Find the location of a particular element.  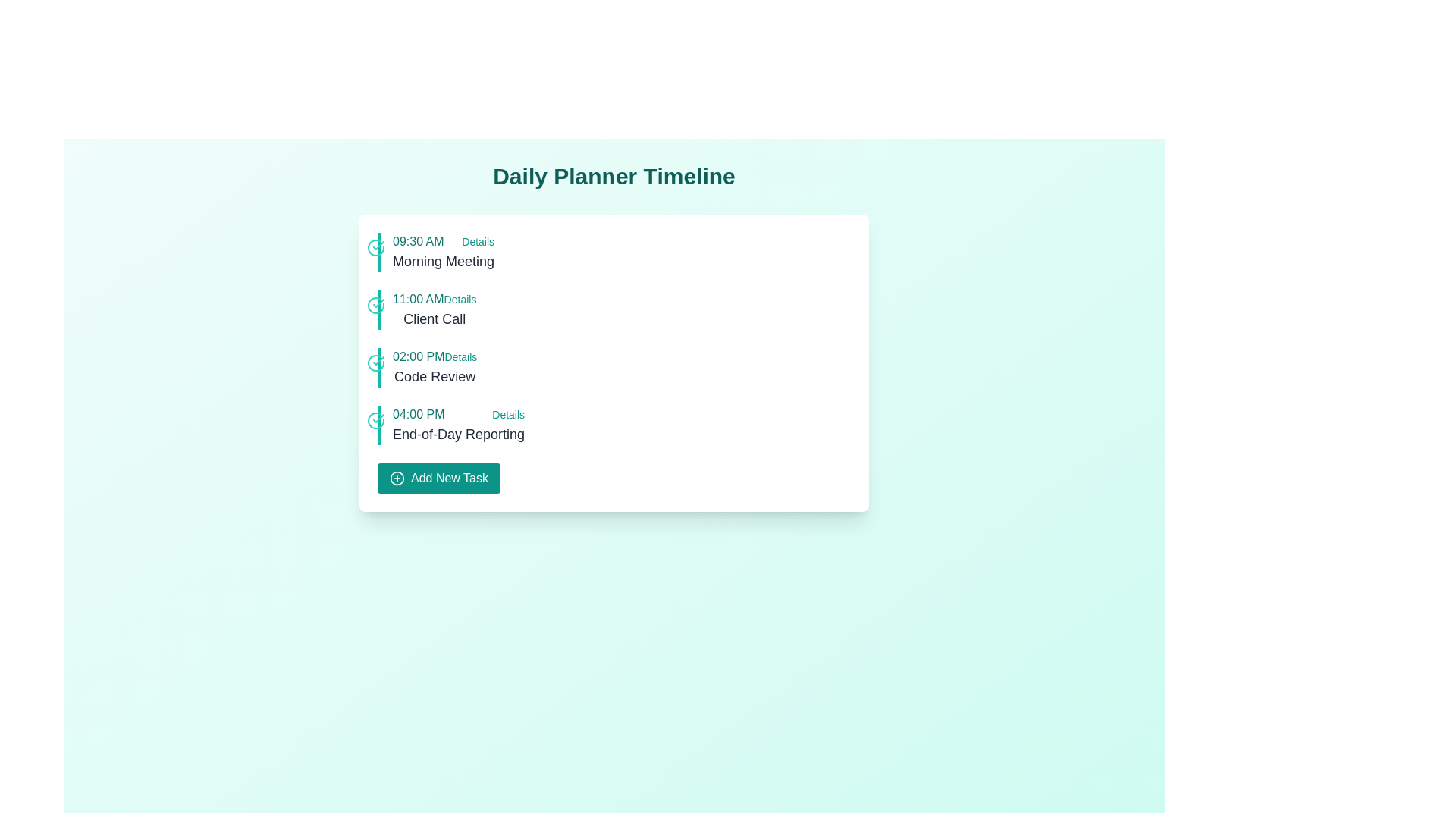

the rounded icon that signifies completion or approval for the '04:00 PM End-of-Day Reporting' timeline entry, which is the last entry in the timeline list is located at coordinates (378, 418).